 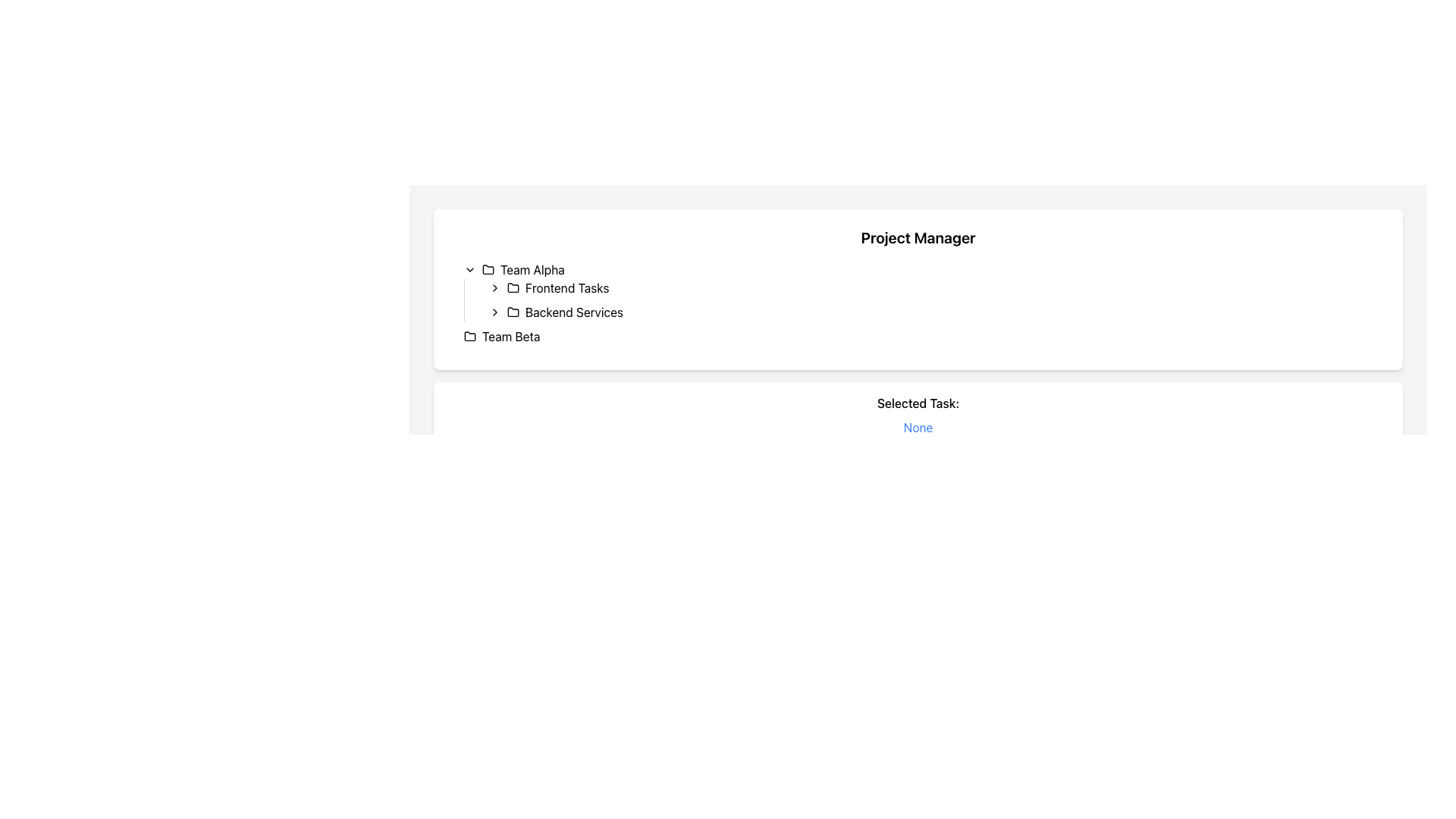 I want to click on the Dropdown Trigger Icon, so click(x=469, y=268).